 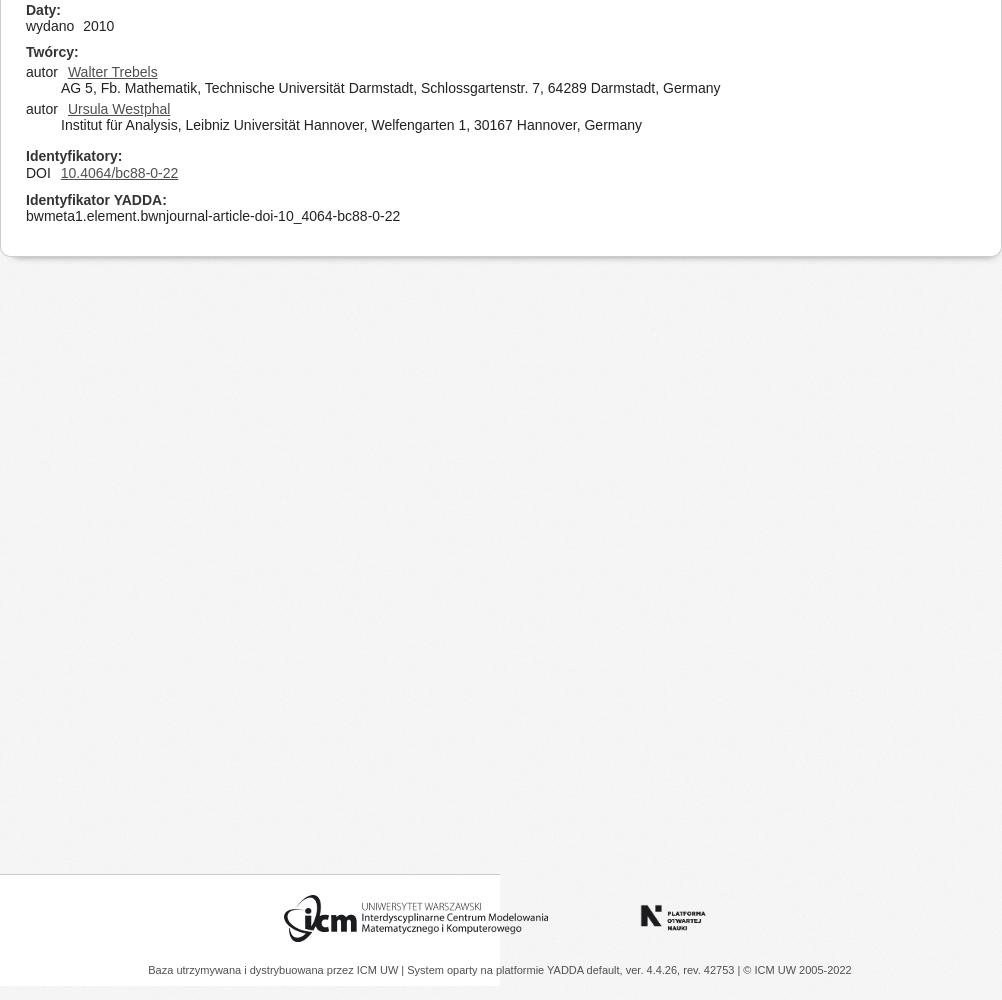 What do you see at coordinates (60, 173) in the screenshot?
I see `'10.4064/bc88-0-22'` at bounding box center [60, 173].